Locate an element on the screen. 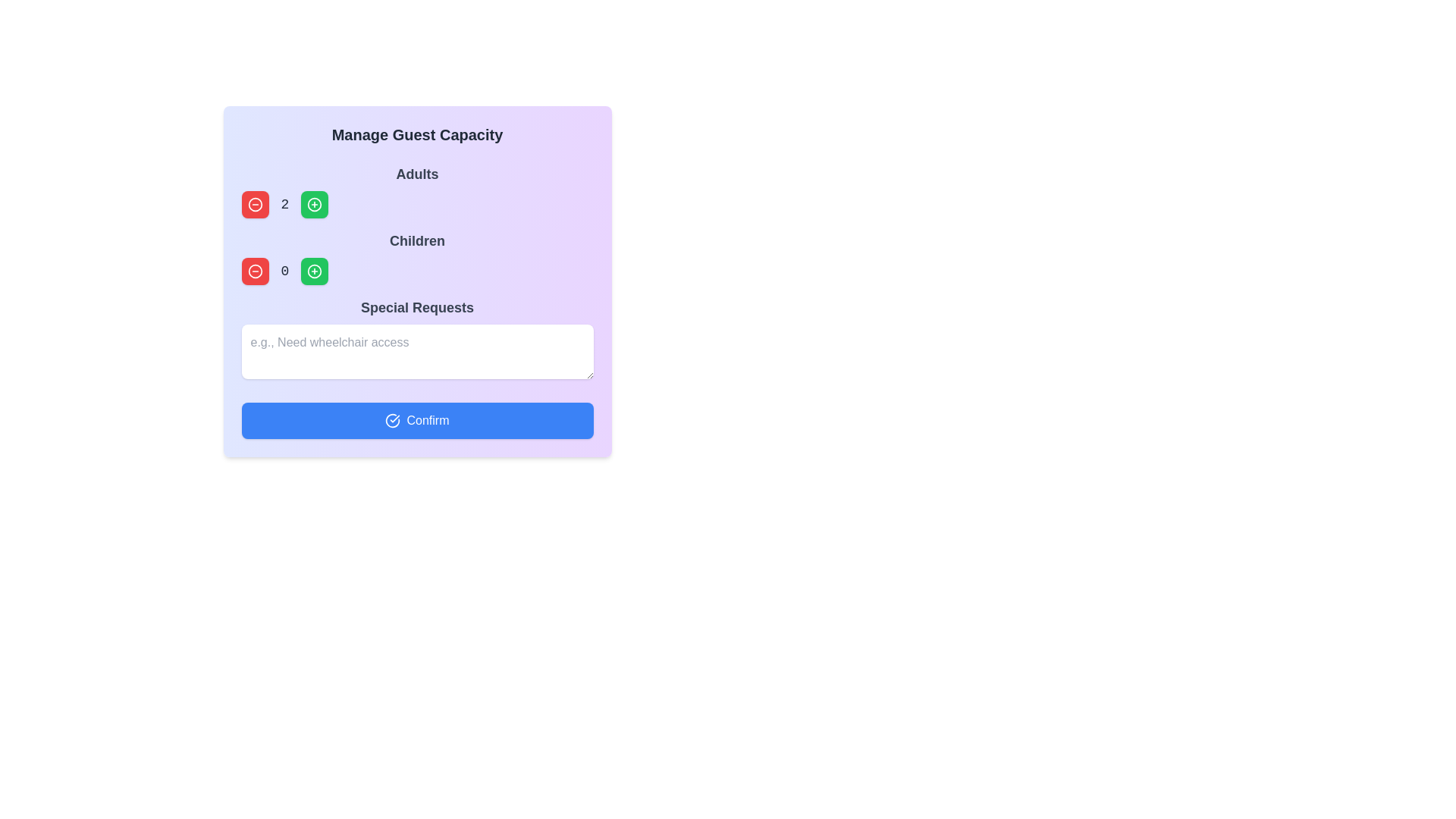 The height and width of the screenshot is (819, 1456). the button that decreases the count of children, located in the second row under the 'Children' label, to the left of the green button, next to the numeric display showing '0' is located at coordinates (255, 271).